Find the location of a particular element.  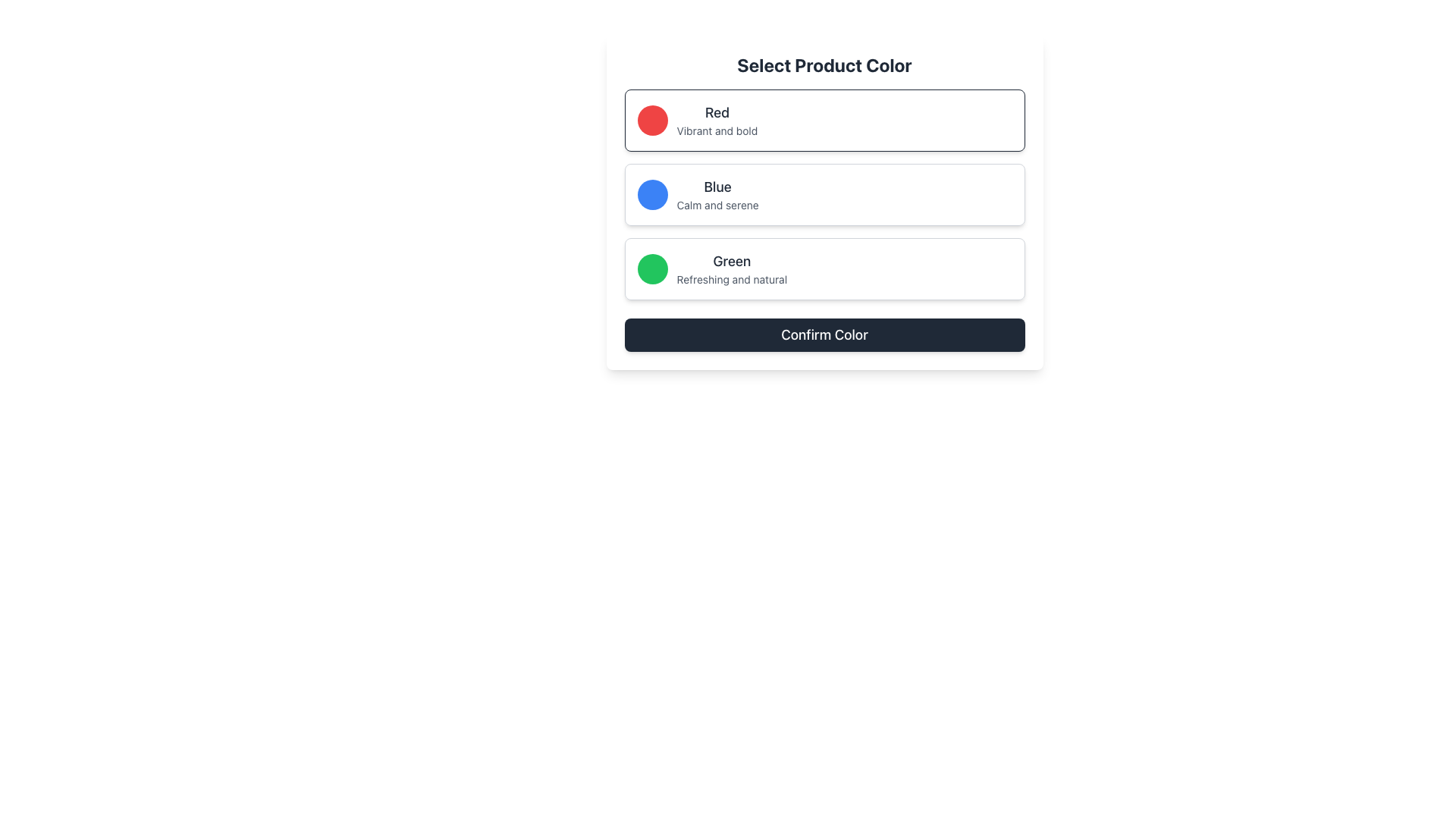

the text label displaying the word 'Red' in bold, large font, which is positioned beside a red circular icon and above the smaller gray text 'Vibrant and bold.' is located at coordinates (716, 112).